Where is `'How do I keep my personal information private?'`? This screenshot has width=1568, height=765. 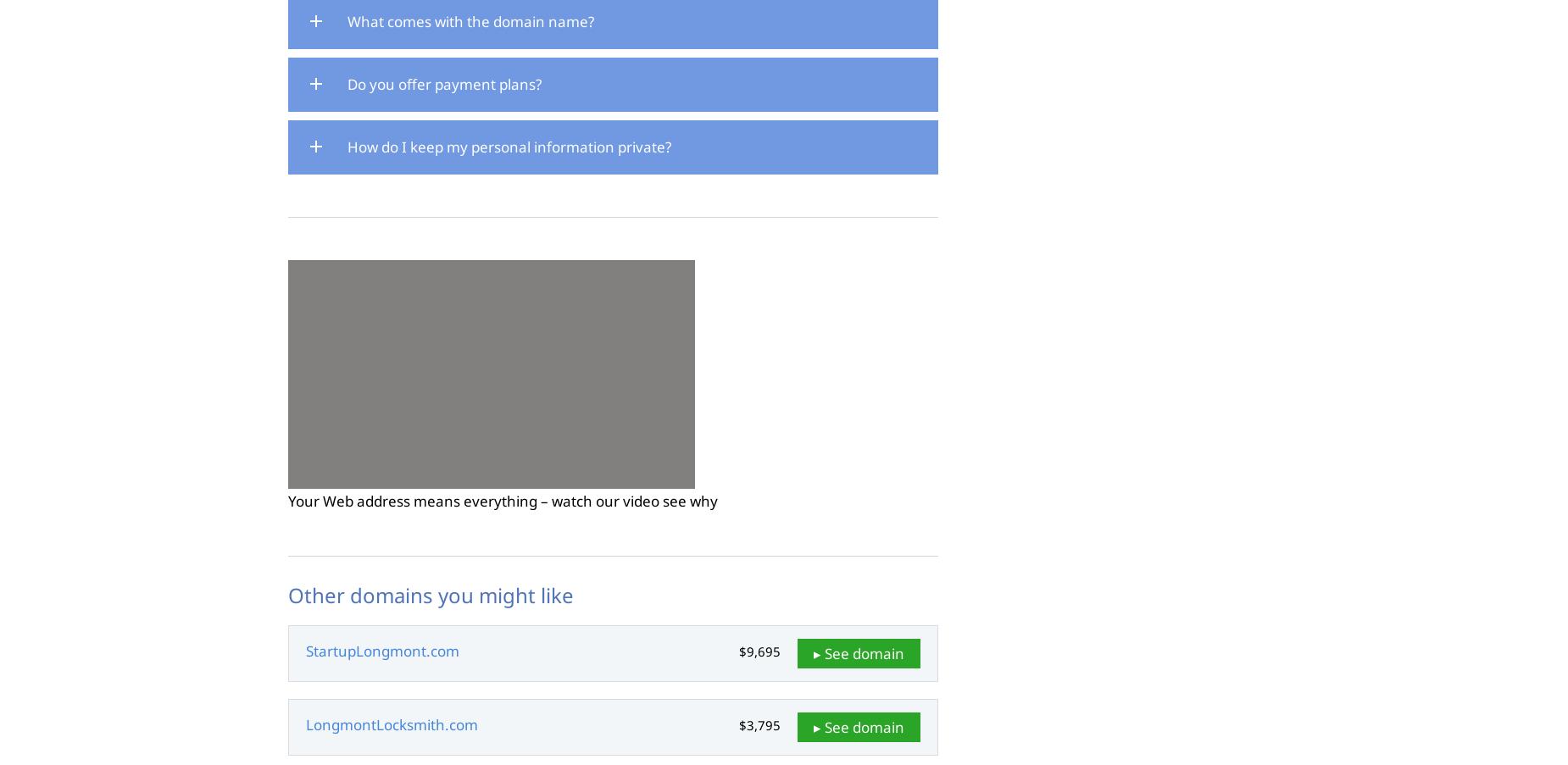 'How do I keep my personal information private?' is located at coordinates (509, 145).